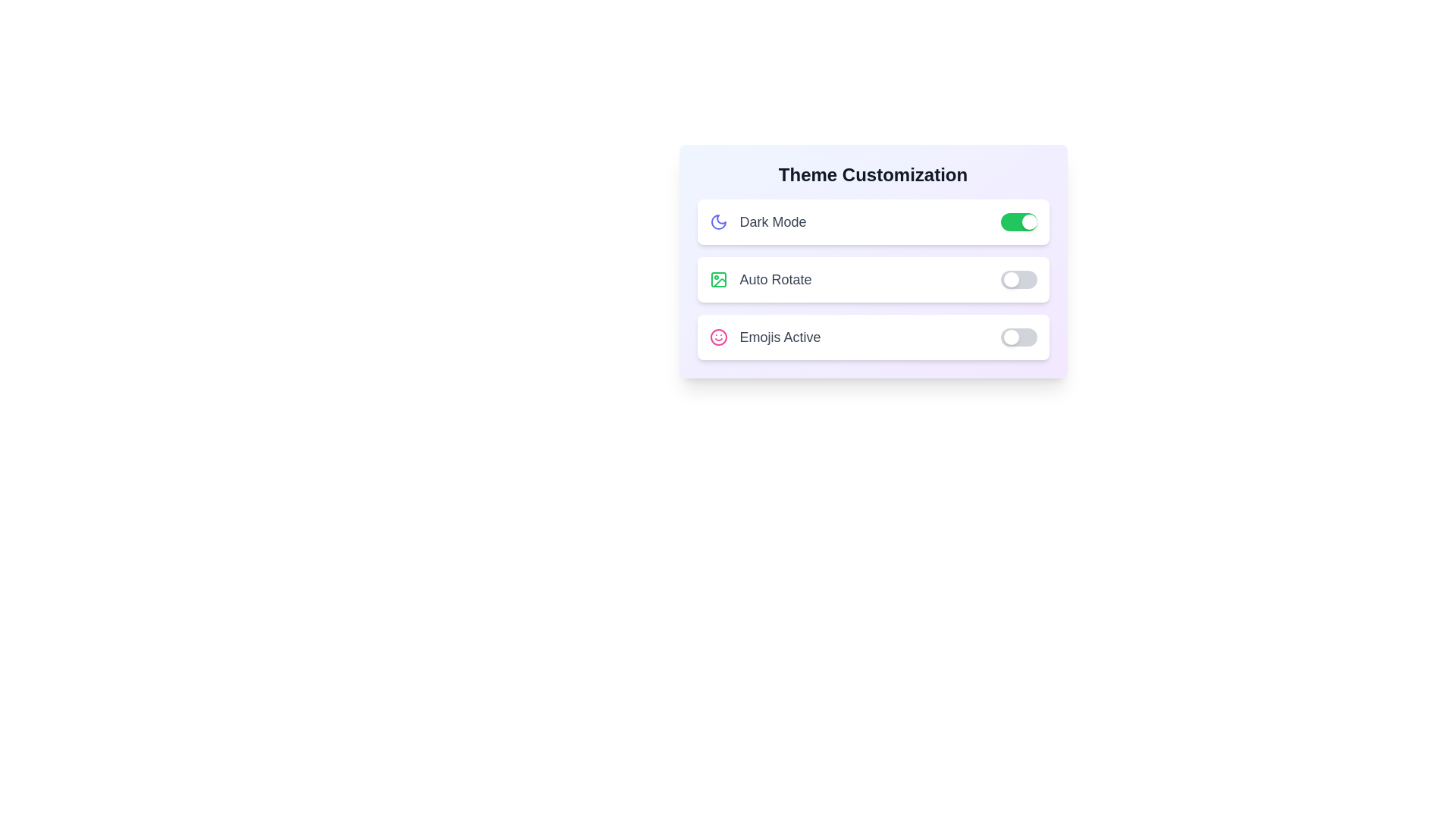  What do you see at coordinates (1018, 336) in the screenshot?
I see `the knob of the toggle switch labeled 'Emojis Active'` at bounding box center [1018, 336].